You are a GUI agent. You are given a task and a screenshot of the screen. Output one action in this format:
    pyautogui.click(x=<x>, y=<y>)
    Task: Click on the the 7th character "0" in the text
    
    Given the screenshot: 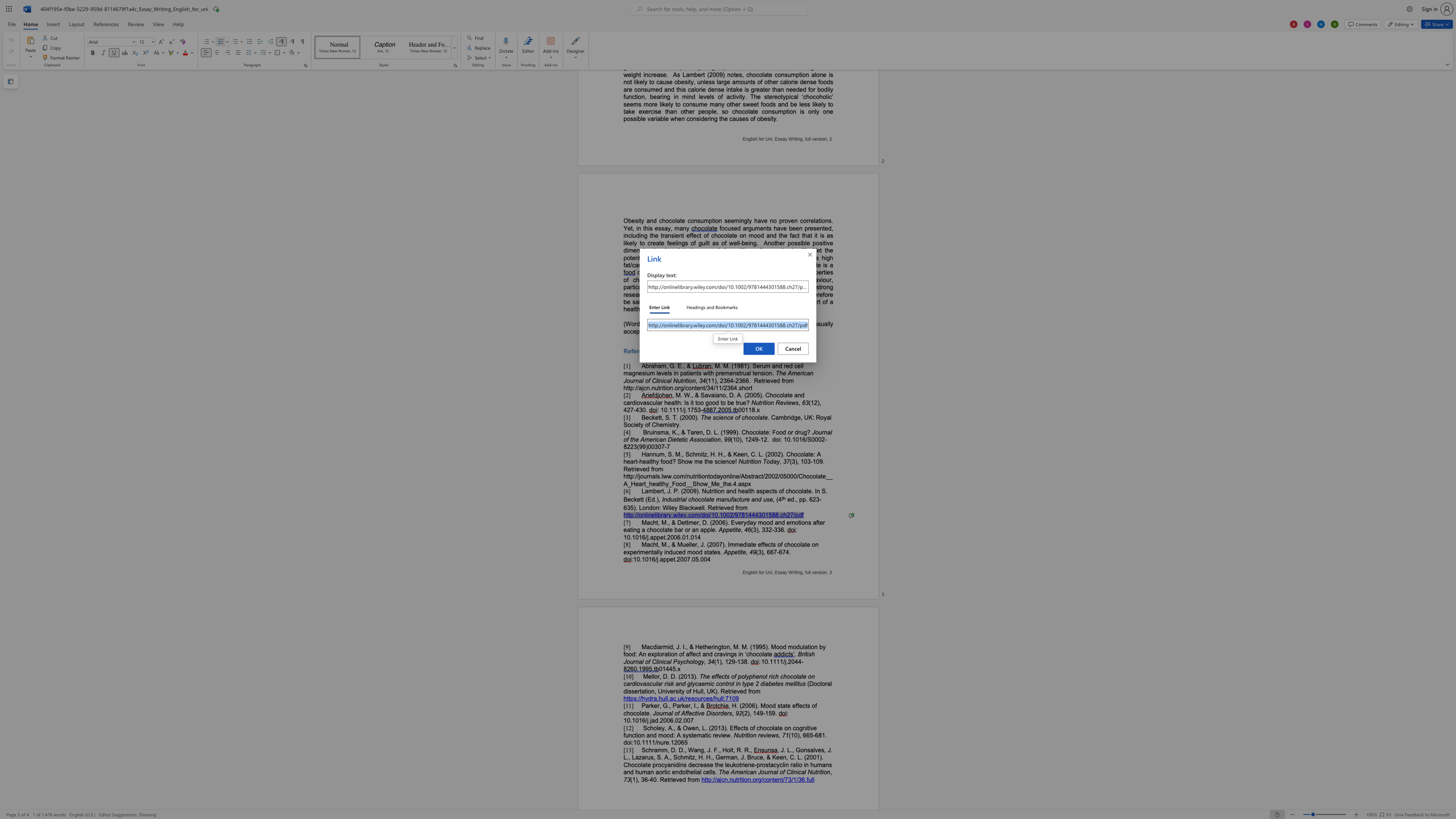 What is the action you would take?
    pyautogui.click(x=704, y=559)
    